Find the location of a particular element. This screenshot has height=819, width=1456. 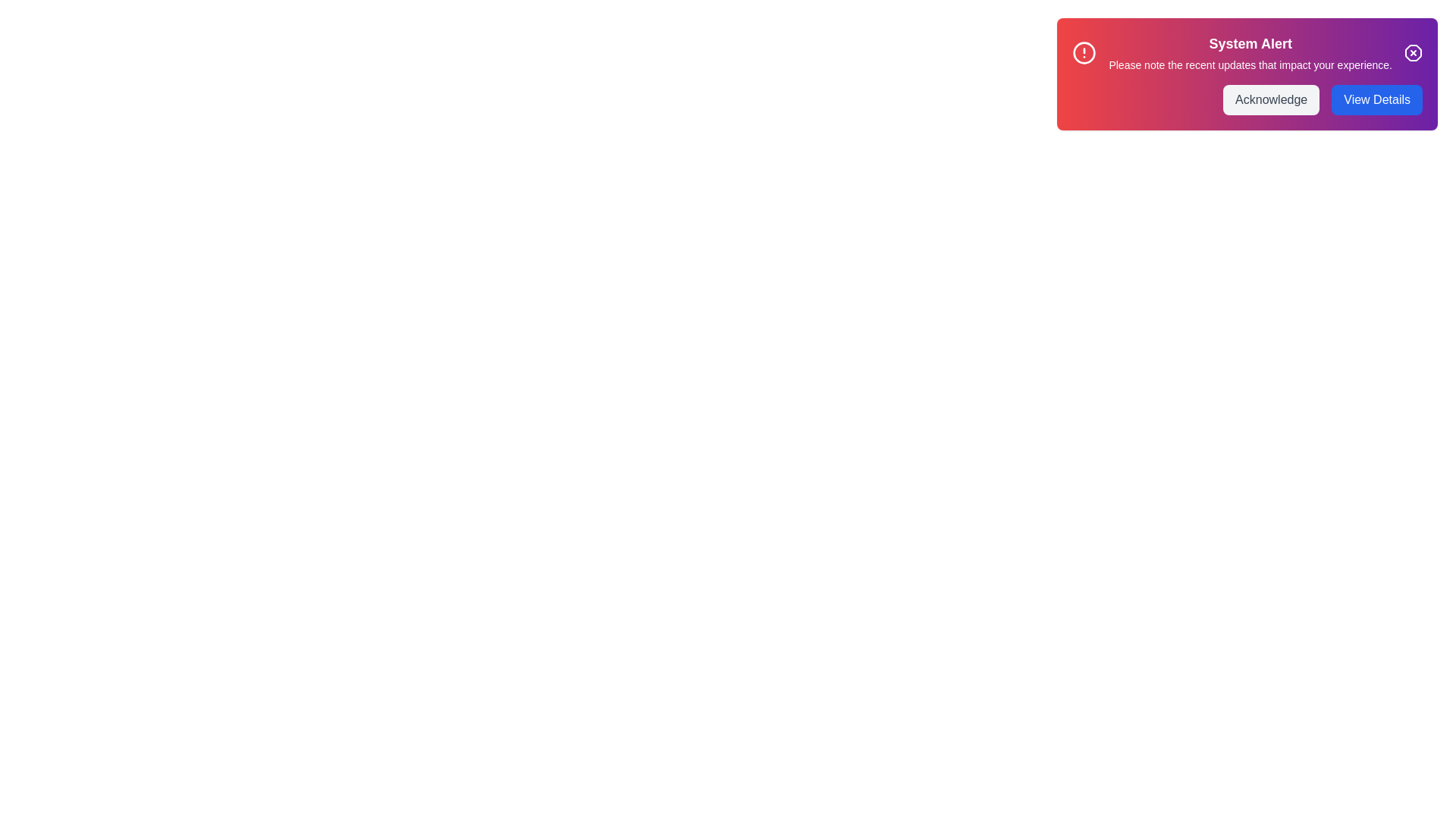

the icon at the left of the alert to inspect it is located at coordinates (1084, 52).